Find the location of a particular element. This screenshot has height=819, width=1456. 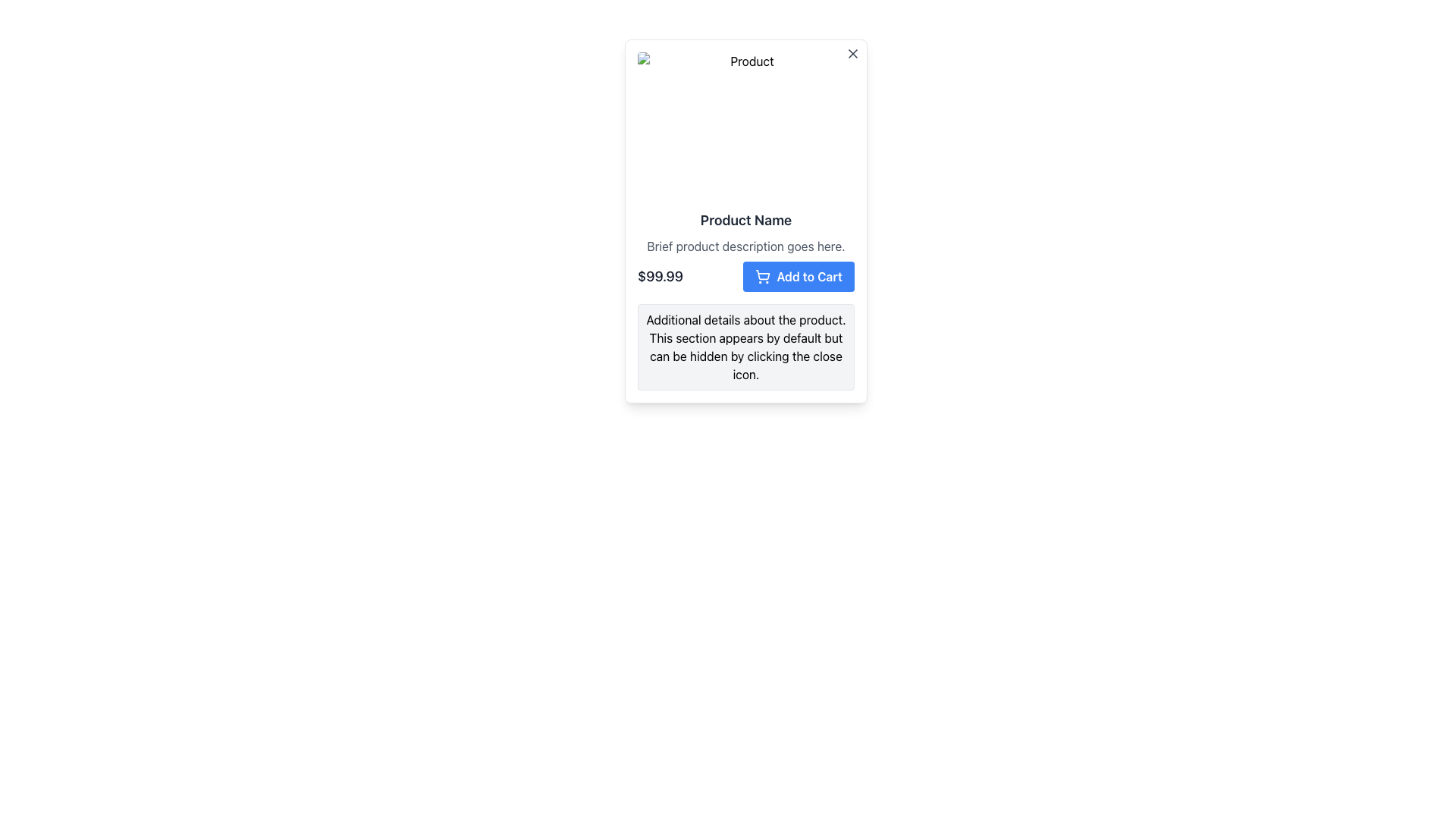

the product title text element located below the product image and above the brief product description is located at coordinates (745, 220).